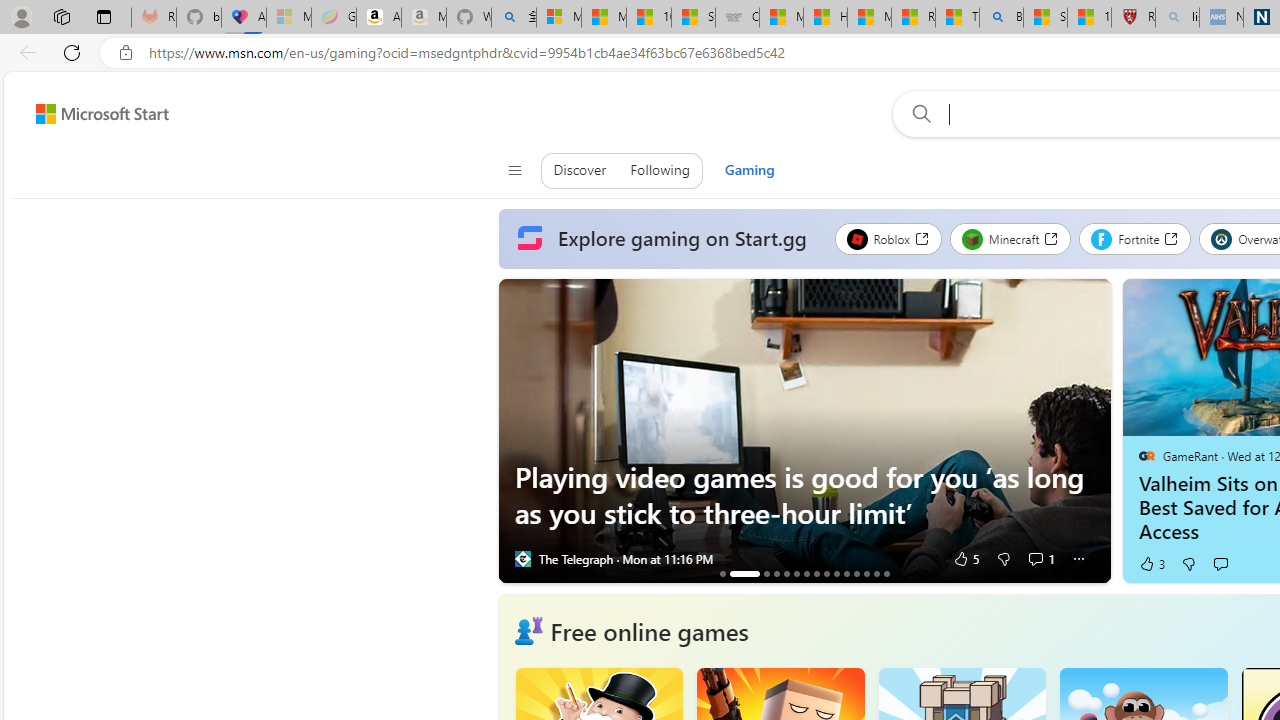 This screenshot has width=1280, height=720. What do you see at coordinates (242, 17) in the screenshot?
I see `'Asthma Inhalers: Names and Types'` at bounding box center [242, 17].